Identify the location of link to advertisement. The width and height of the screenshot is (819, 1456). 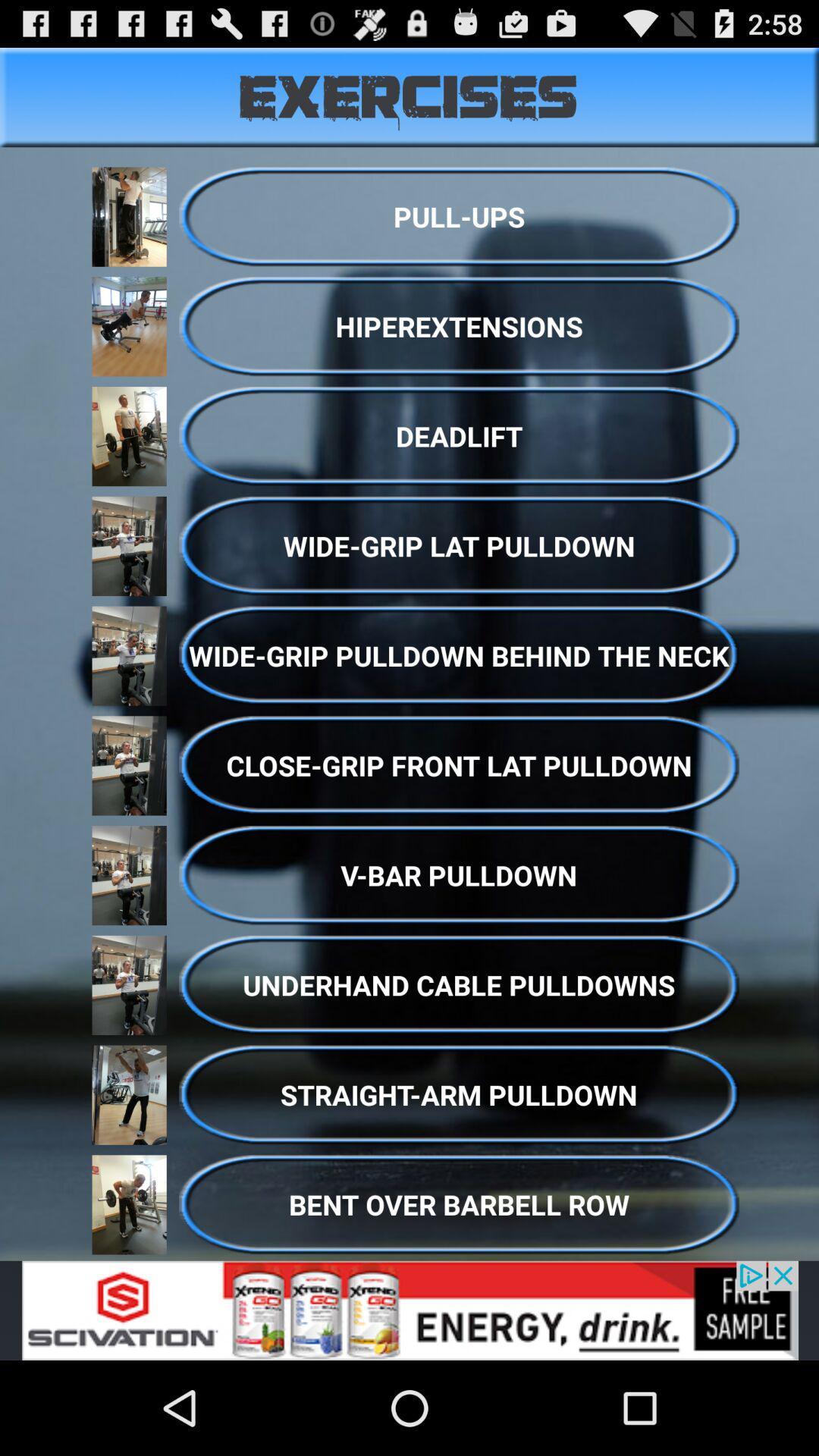
(409, 1310).